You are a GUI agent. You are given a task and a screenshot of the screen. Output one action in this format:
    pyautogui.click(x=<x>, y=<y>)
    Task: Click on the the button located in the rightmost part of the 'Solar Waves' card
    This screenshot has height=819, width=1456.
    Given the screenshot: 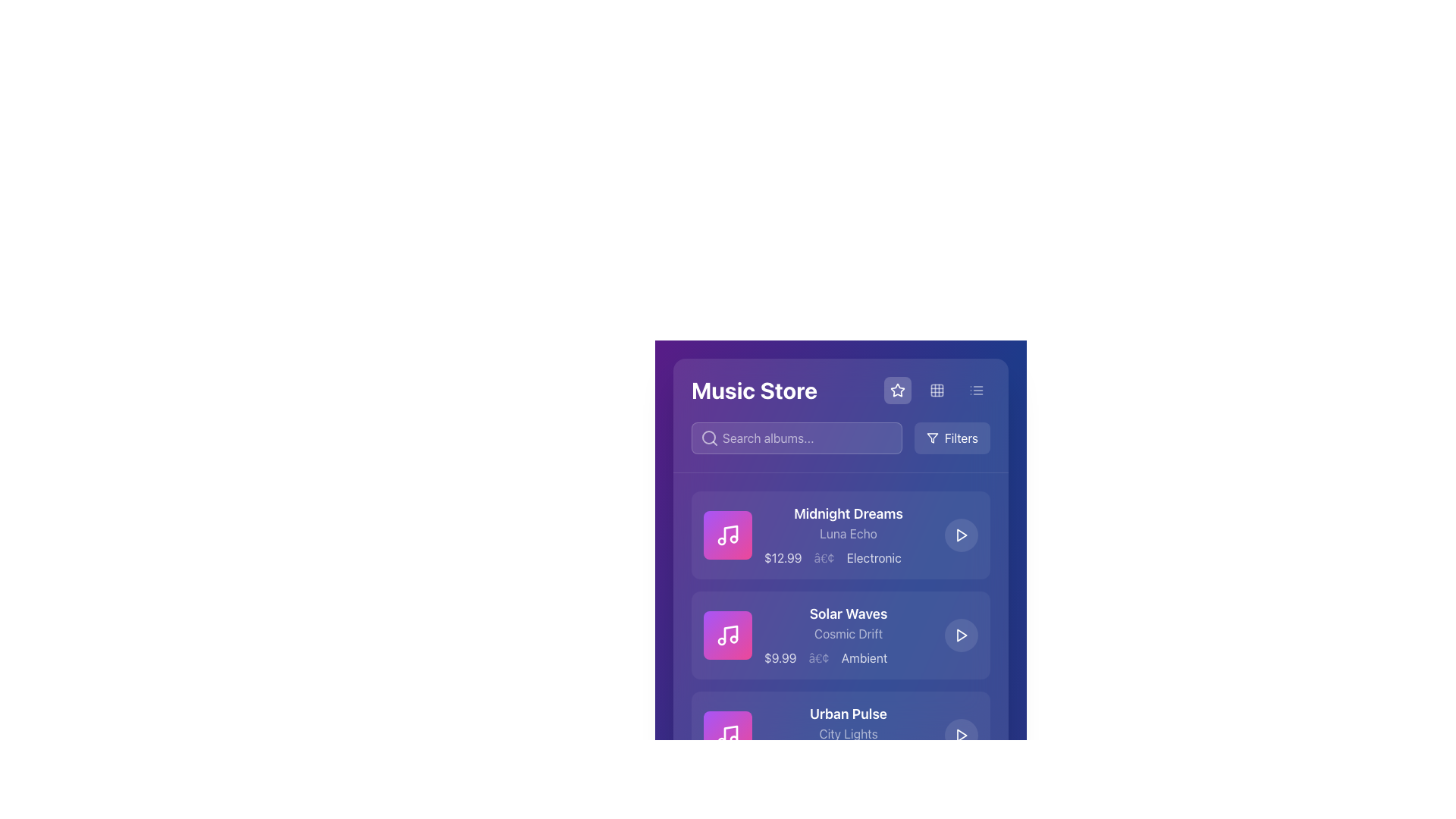 What is the action you would take?
    pyautogui.click(x=960, y=635)
    